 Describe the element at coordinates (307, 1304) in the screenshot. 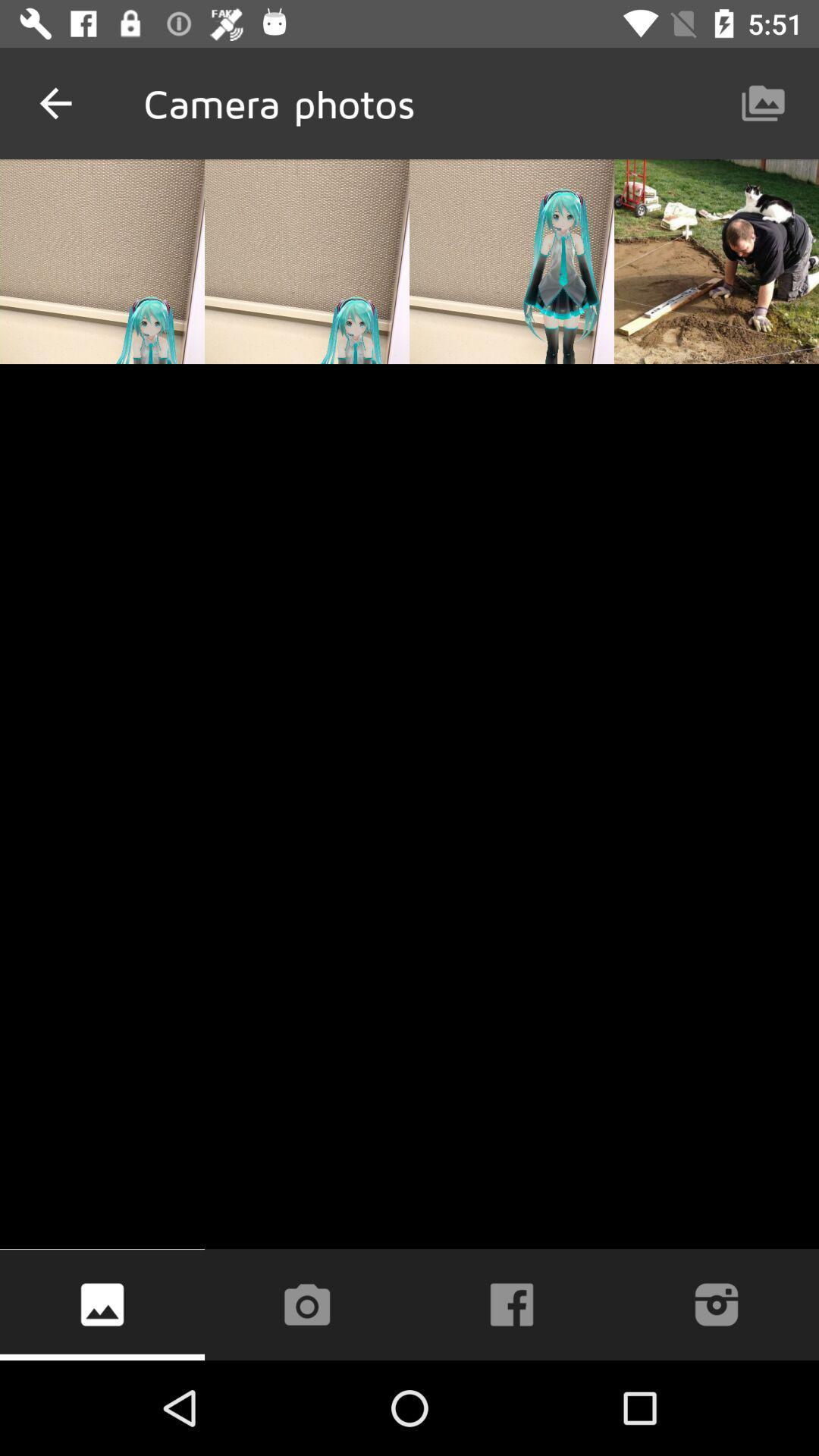

I see `take photo` at that location.